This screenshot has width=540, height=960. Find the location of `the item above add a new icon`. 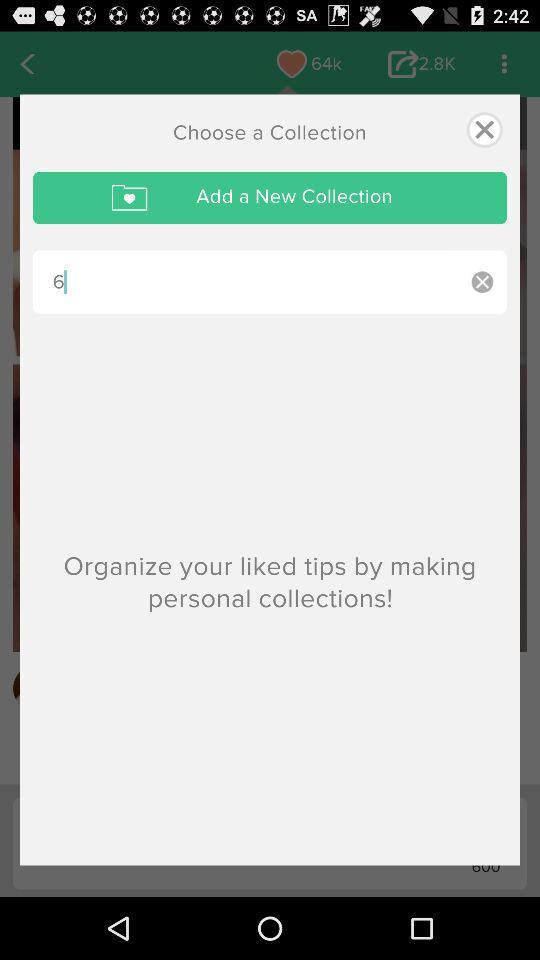

the item above add a new icon is located at coordinates (483, 128).